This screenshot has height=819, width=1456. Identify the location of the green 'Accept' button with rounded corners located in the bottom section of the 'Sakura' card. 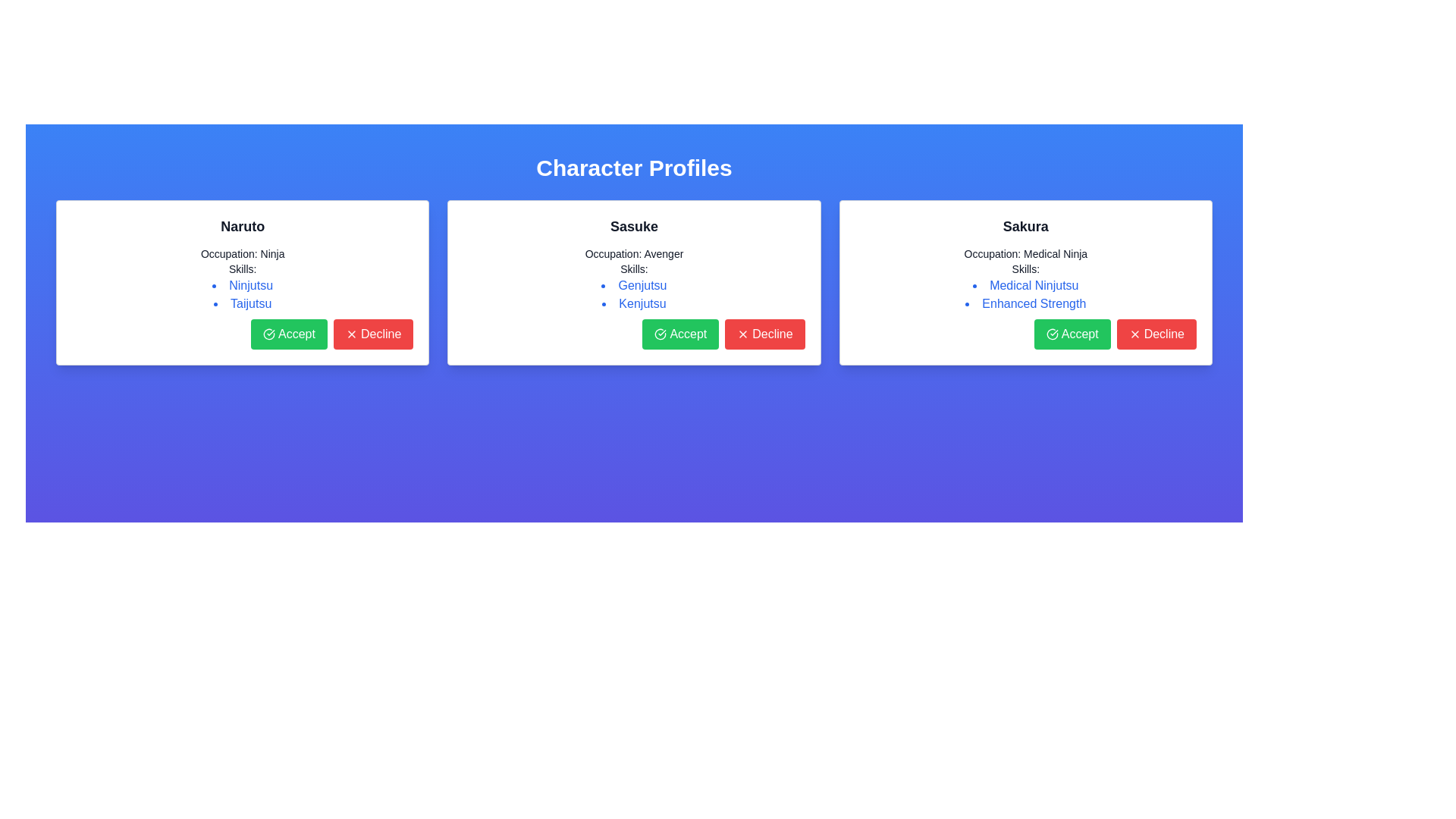
(1072, 333).